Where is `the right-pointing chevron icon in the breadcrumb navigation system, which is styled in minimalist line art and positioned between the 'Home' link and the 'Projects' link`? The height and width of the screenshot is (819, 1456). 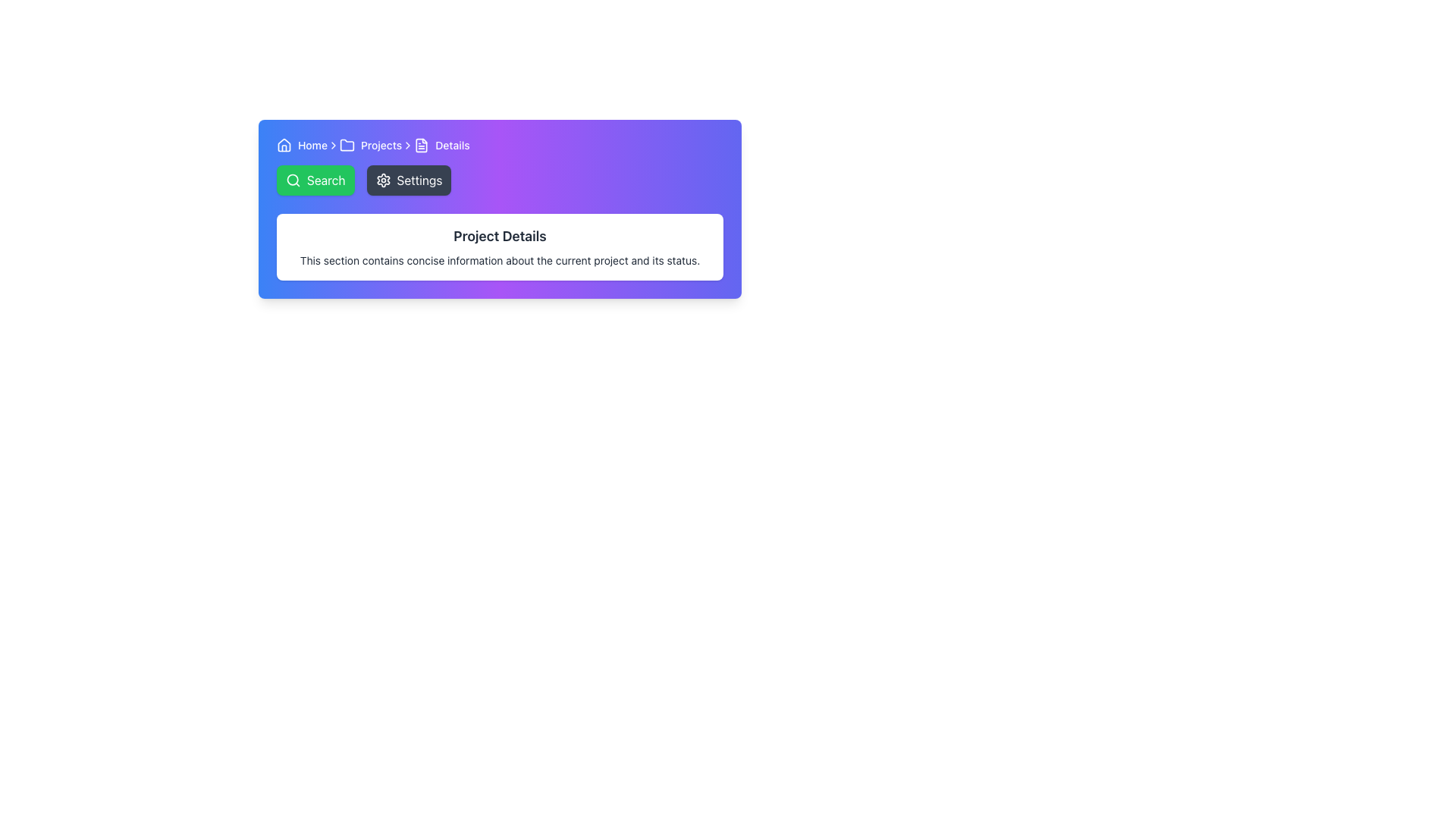 the right-pointing chevron icon in the breadcrumb navigation system, which is styled in minimalist line art and positioned between the 'Home' link and the 'Projects' link is located at coordinates (333, 146).